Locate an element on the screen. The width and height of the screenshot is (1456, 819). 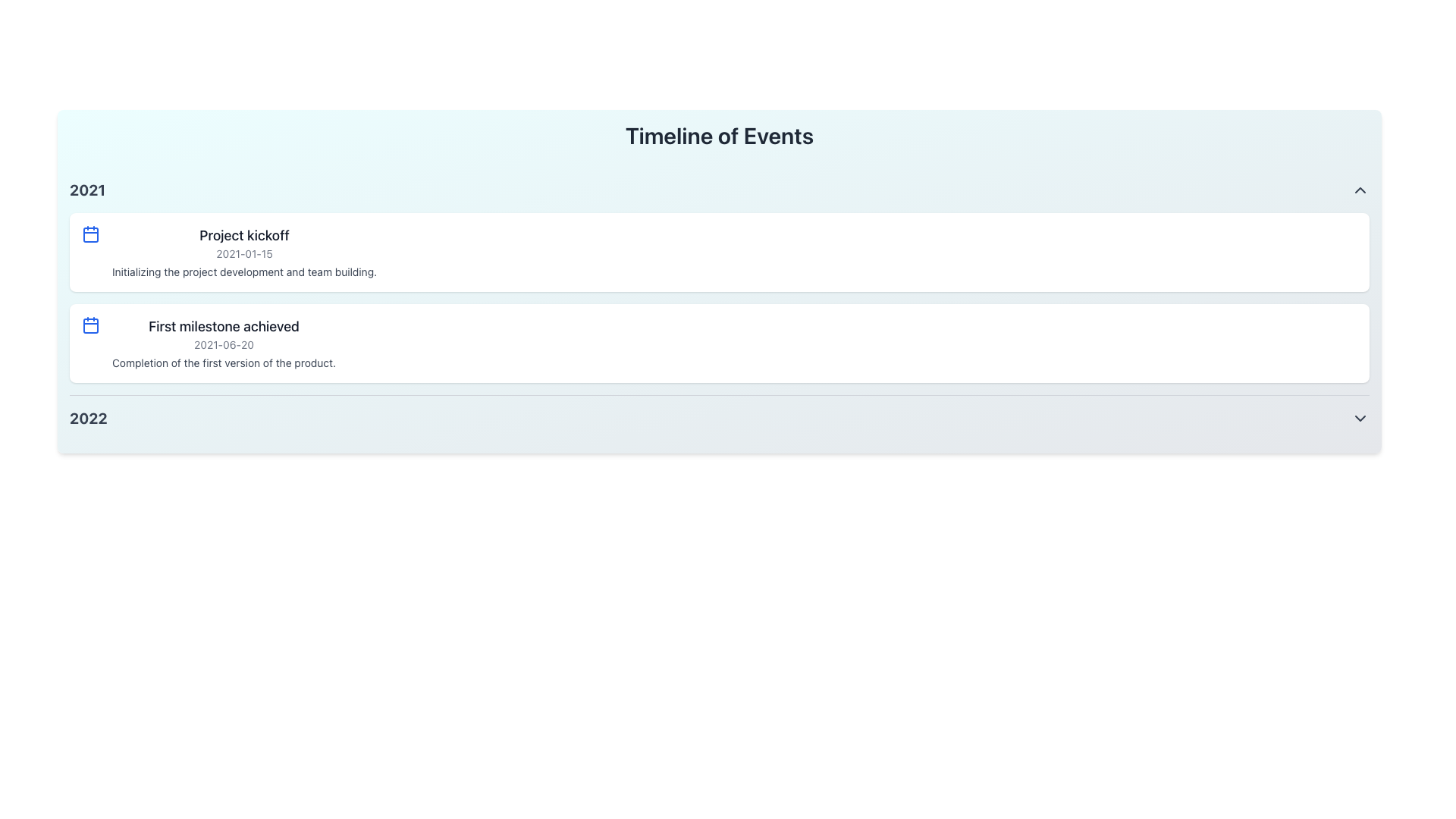
text content of the 'First milestone achieved' label, which is styled with a medium-weight font in dark gray color, located at the top of the second milestone entry in the 'Timeline of Events' section is located at coordinates (223, 326).